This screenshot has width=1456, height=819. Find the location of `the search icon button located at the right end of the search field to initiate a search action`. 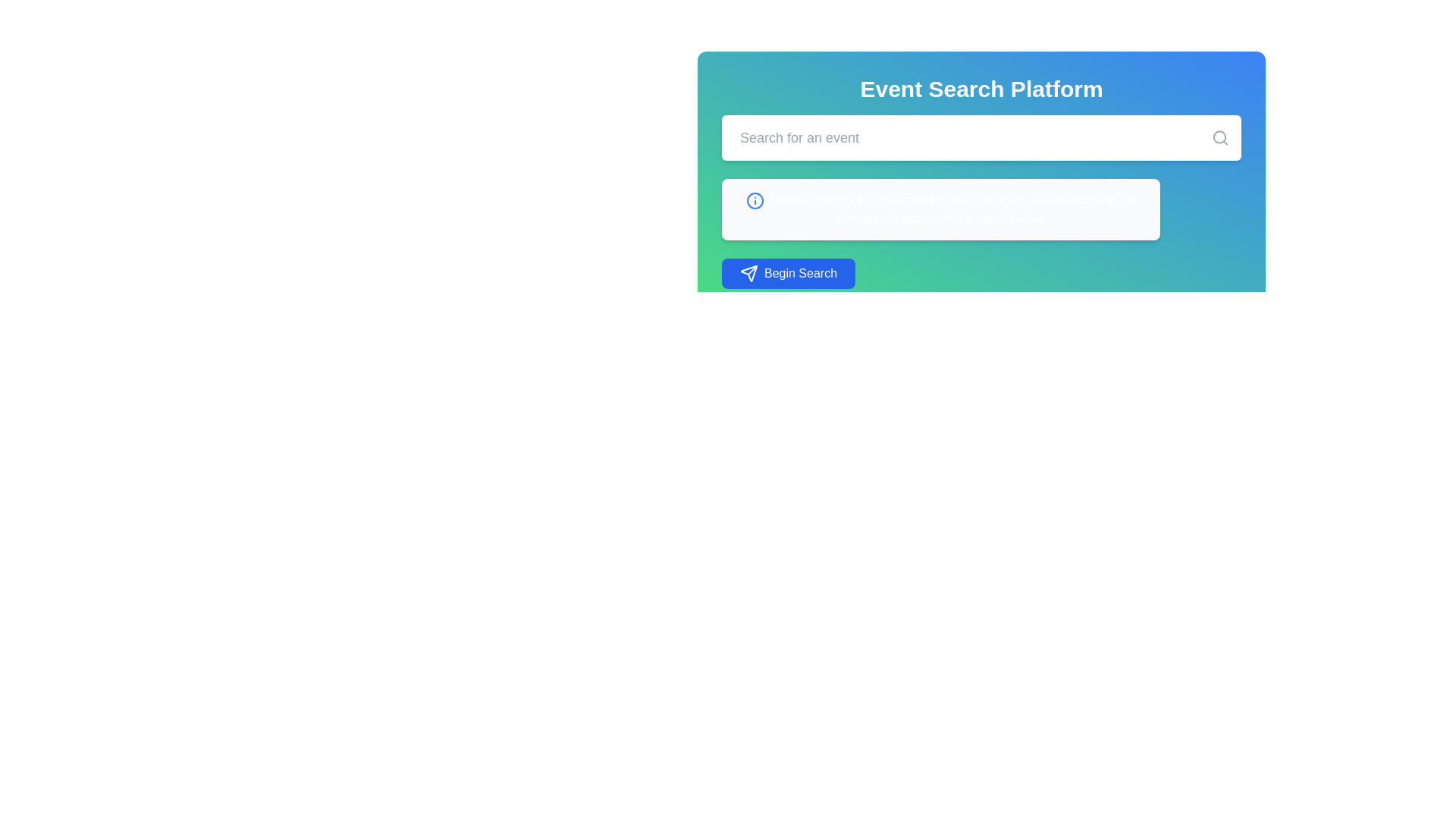

the search icon button located at the right end of the search field to initiate a search action is located at coordinates (1220, 137).